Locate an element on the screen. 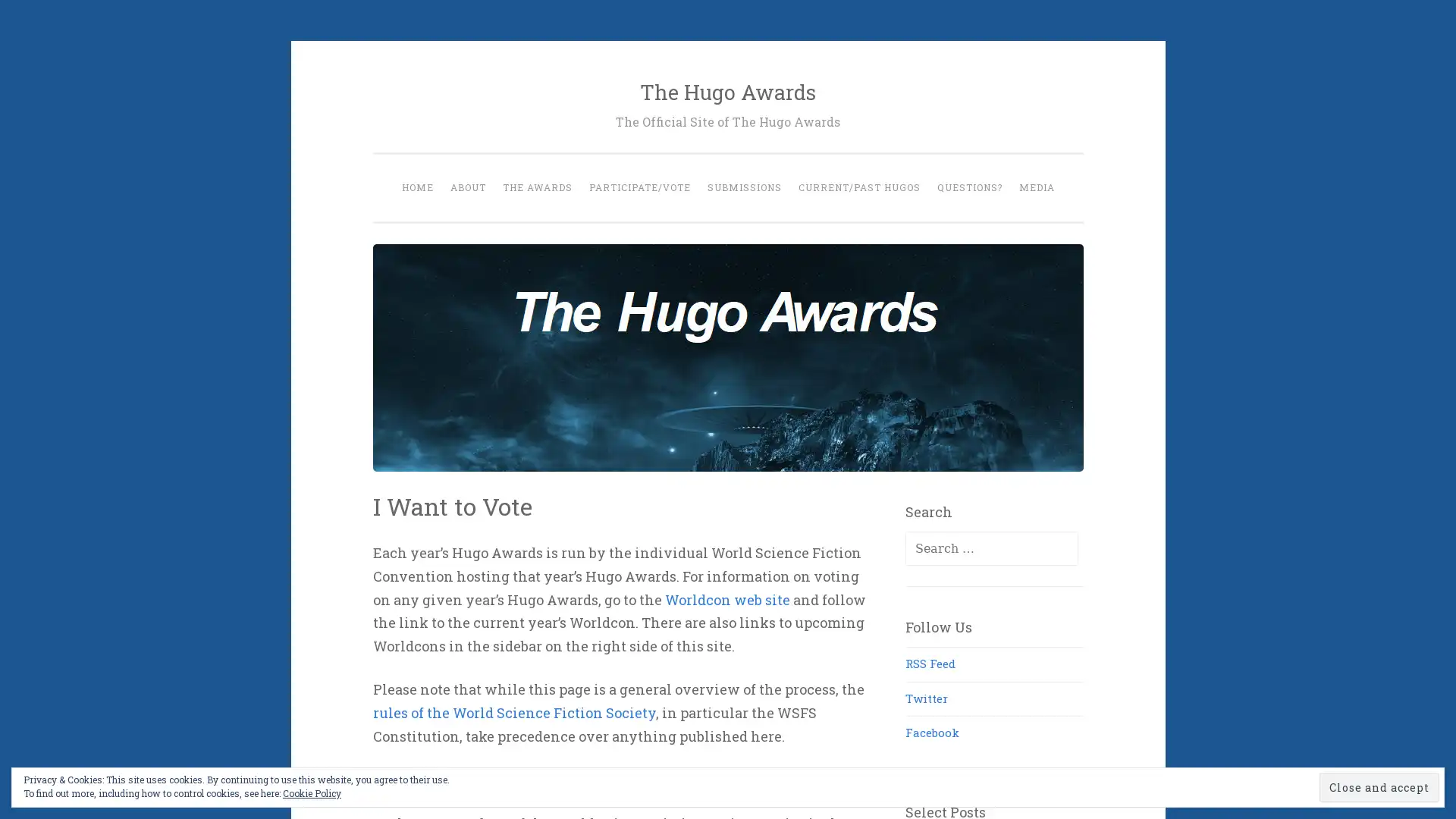  Close and accept is located at coordinates (1379, 786).